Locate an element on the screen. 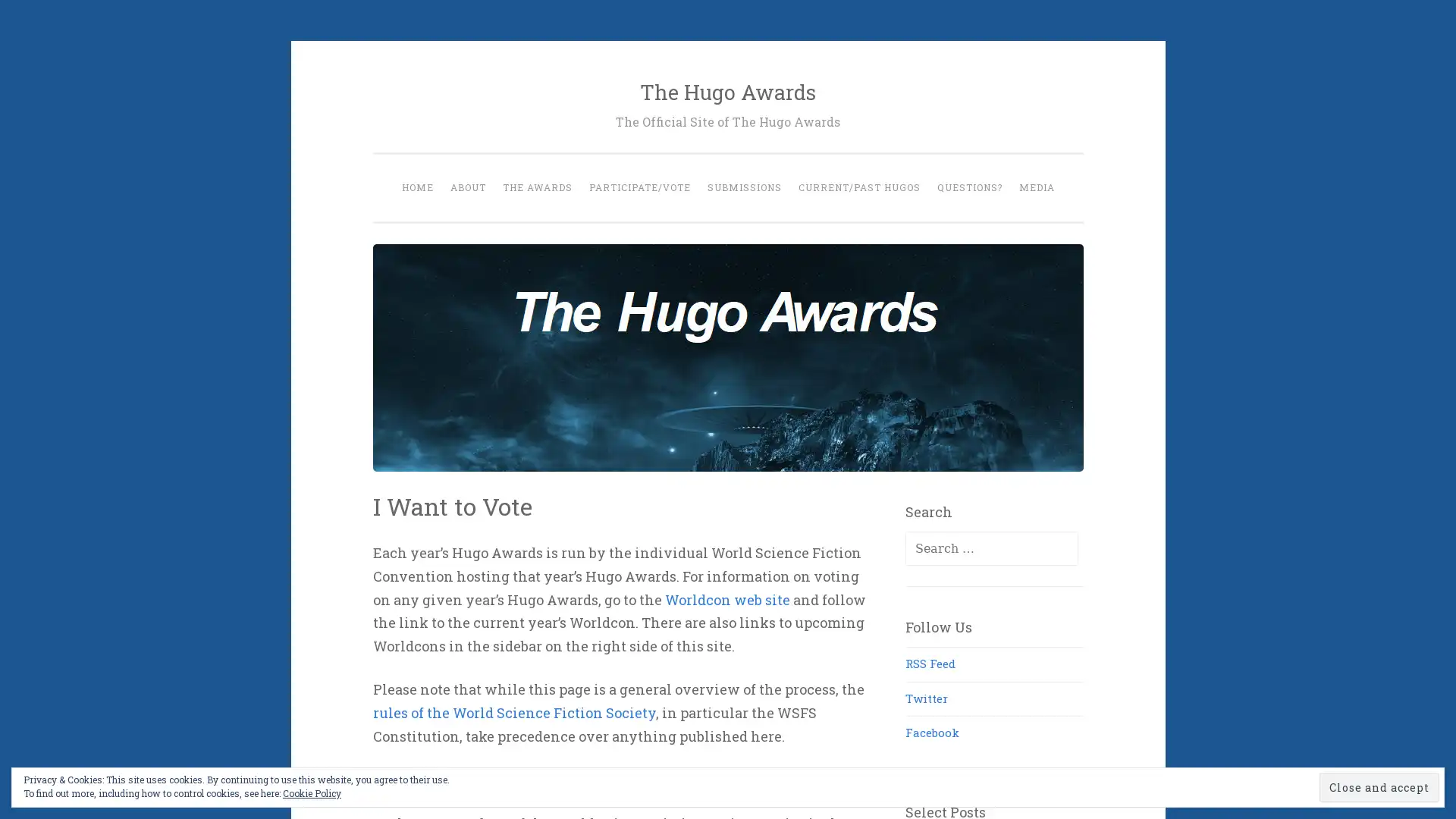  Close and accept is located at coordinates (1379, 786).